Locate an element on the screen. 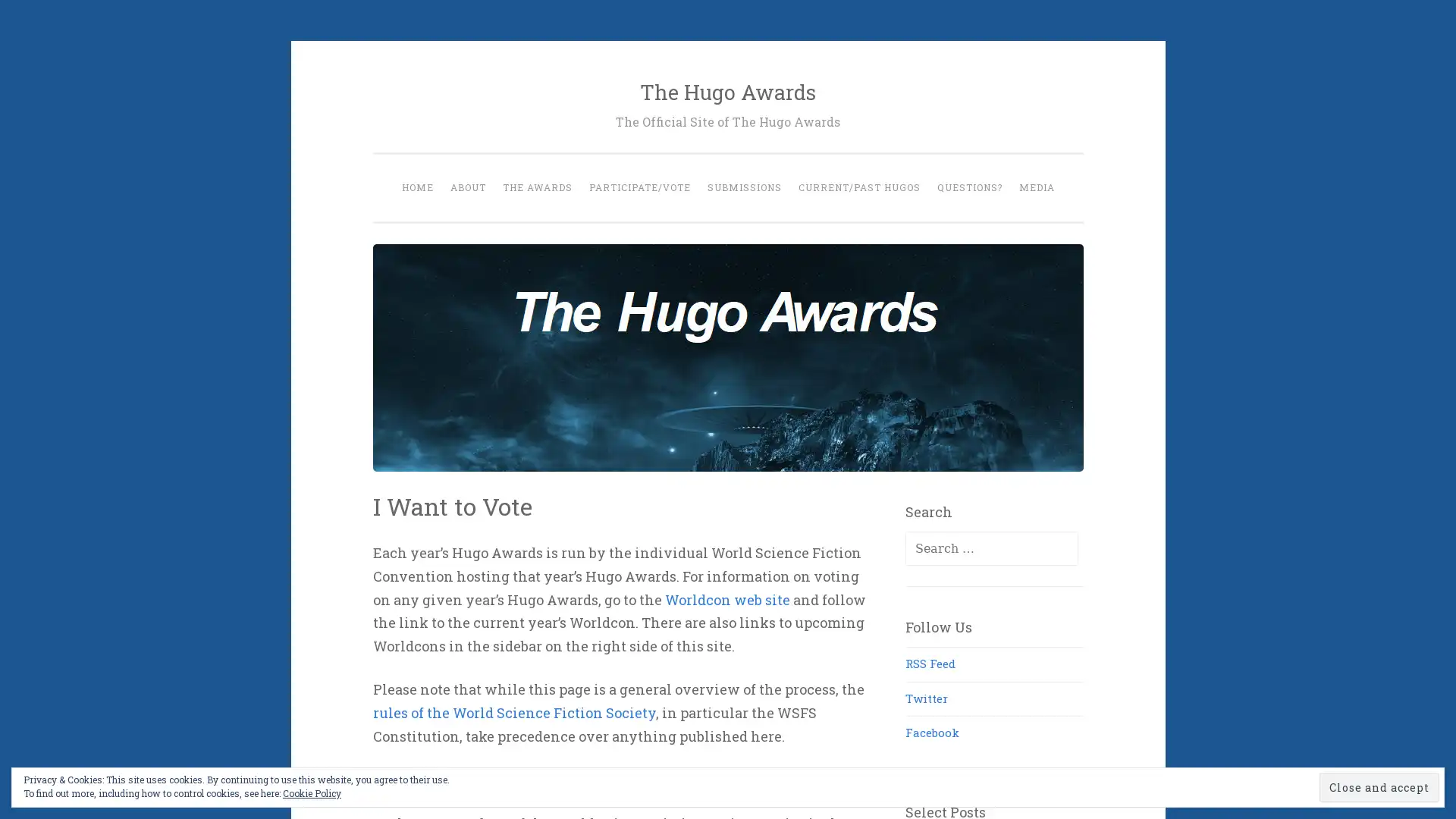  Close and accept is located at coordinates (1379, 786).